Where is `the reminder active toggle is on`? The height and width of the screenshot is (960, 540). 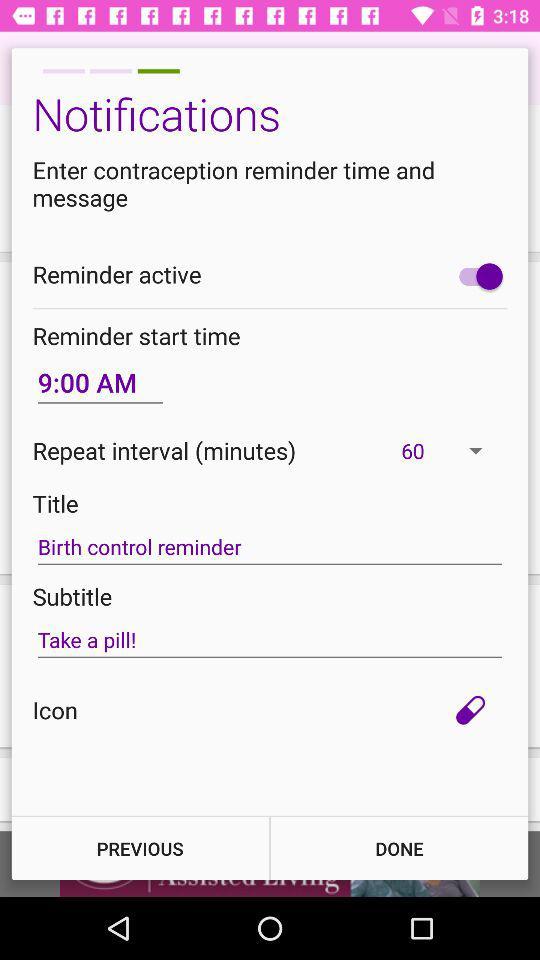
the reminder active toggle is on is located at coordinates (475, 275).